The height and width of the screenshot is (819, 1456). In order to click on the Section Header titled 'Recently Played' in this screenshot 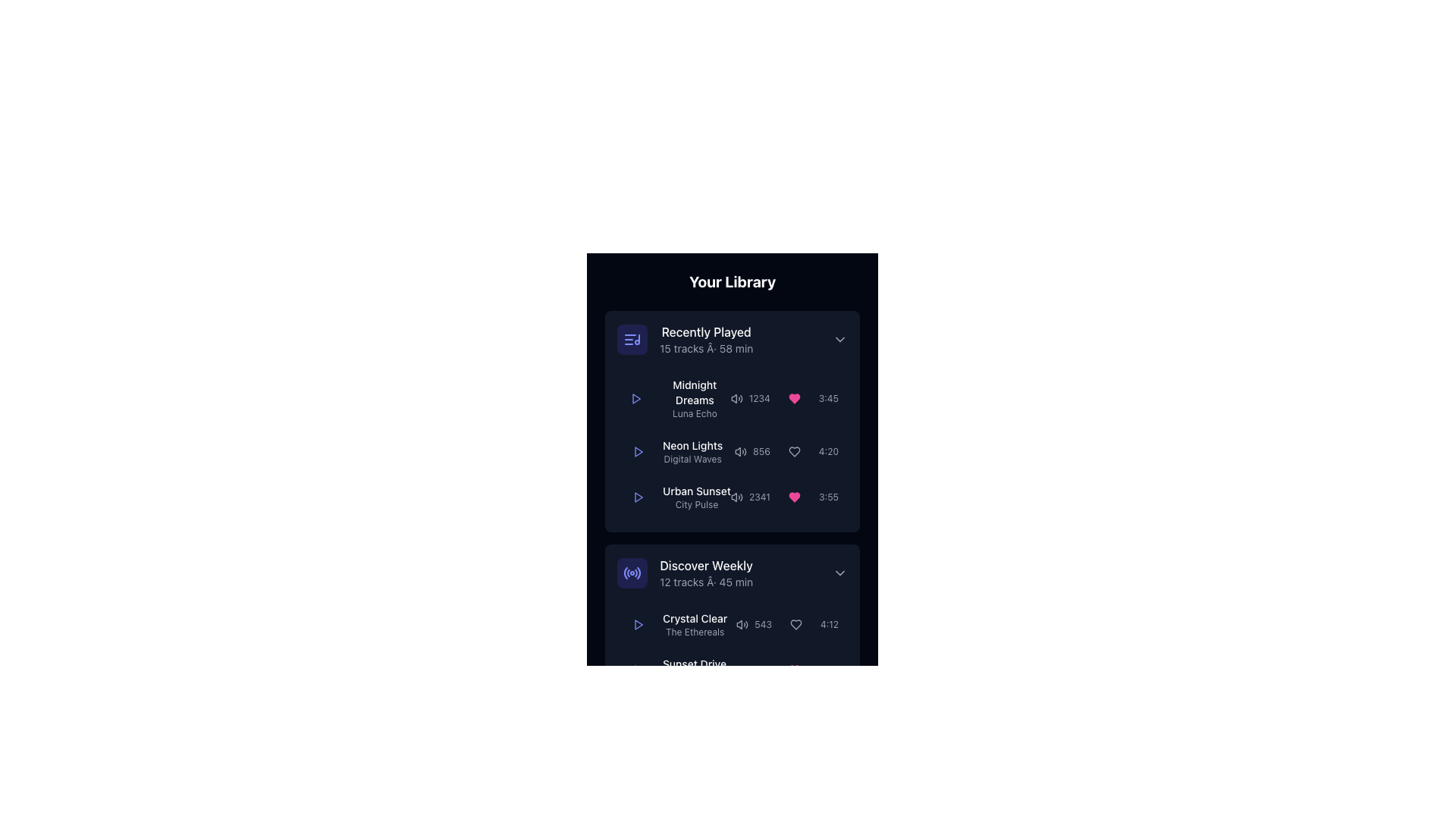, I will do `click(732, 338)`.